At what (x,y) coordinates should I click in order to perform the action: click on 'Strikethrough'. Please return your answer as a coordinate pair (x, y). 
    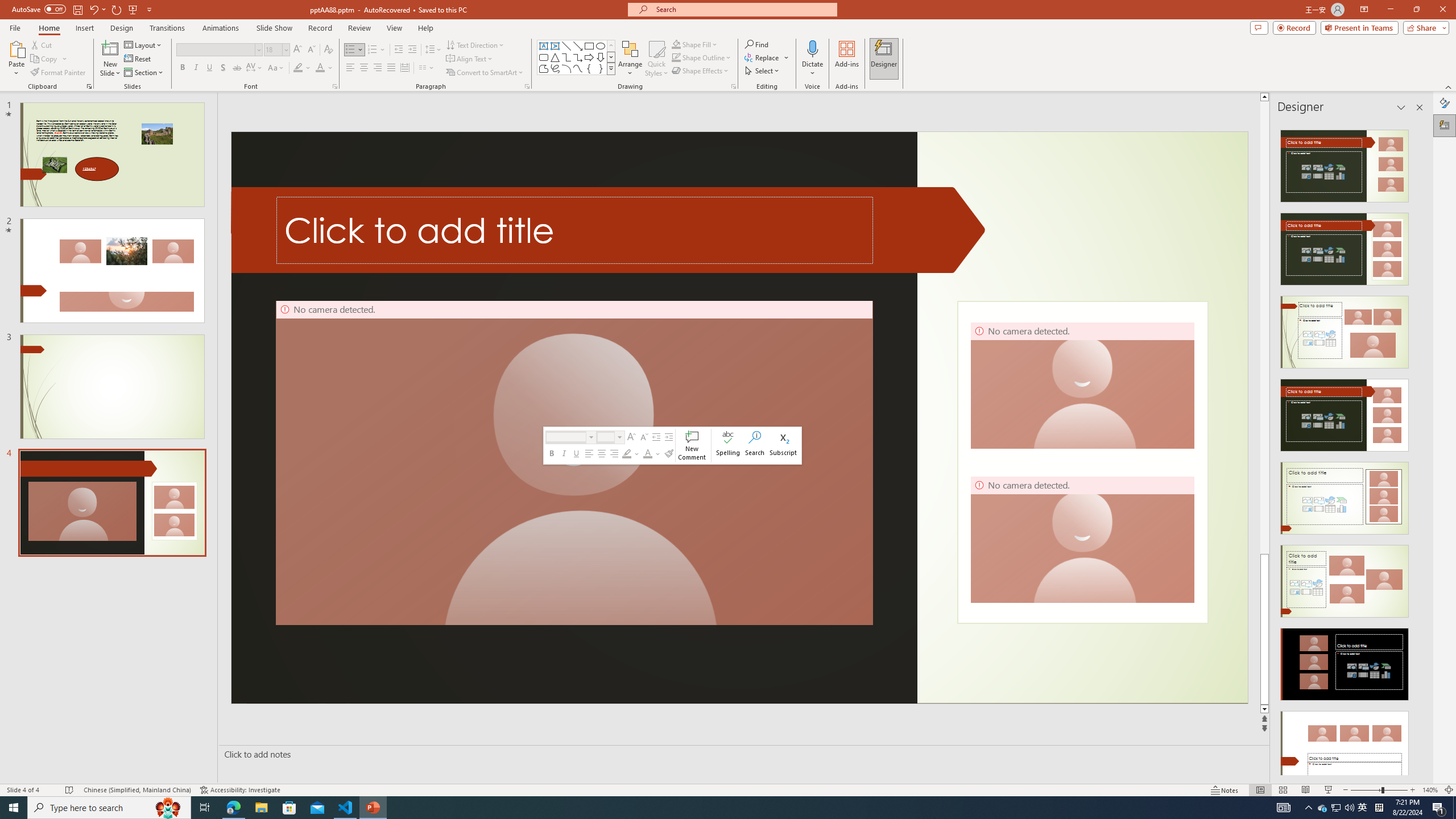
    Looking at the image, I should click on (237, 67).